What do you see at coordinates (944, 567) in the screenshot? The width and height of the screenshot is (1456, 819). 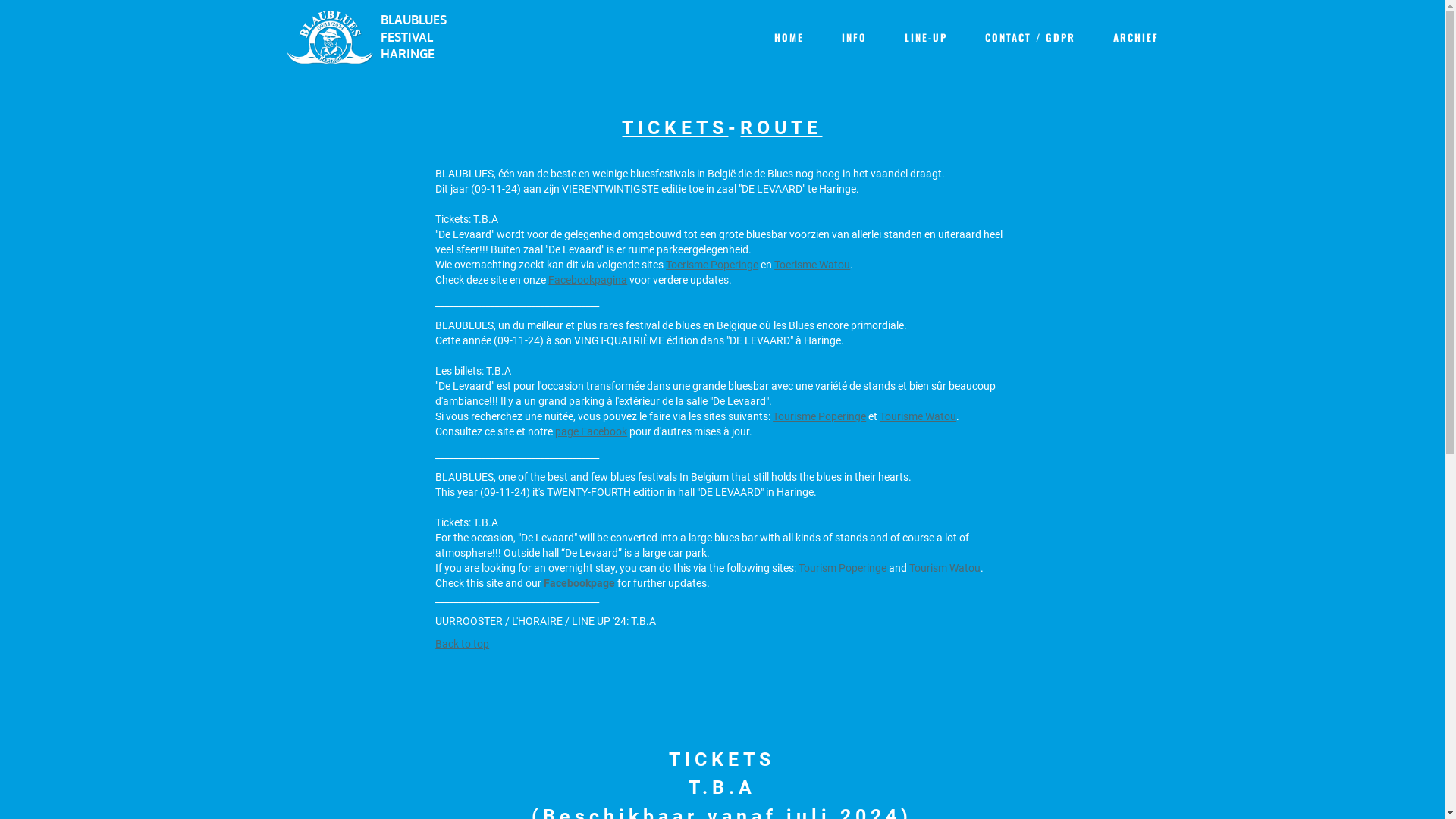 I see `'Tourism Watou'` at bounding box center [944, 567].